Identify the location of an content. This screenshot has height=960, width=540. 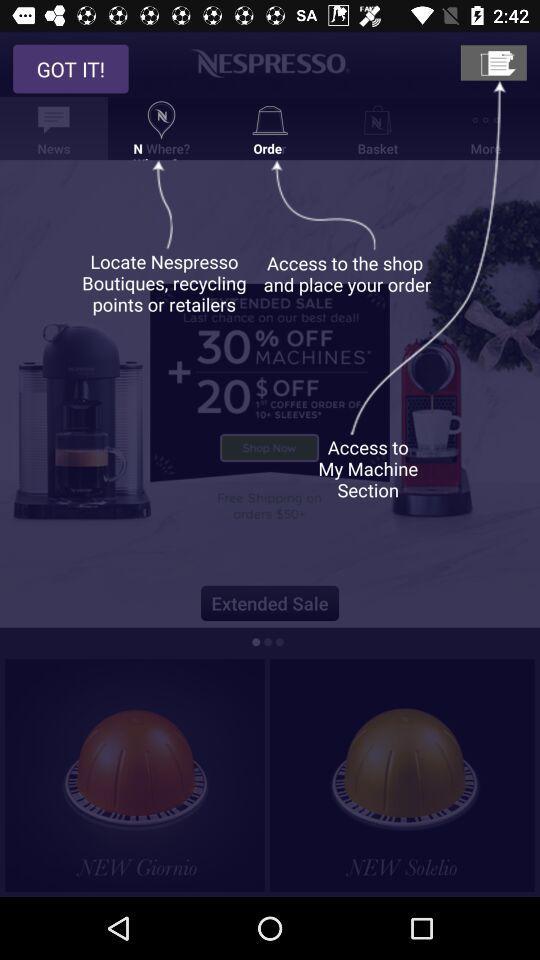
(402, 774).